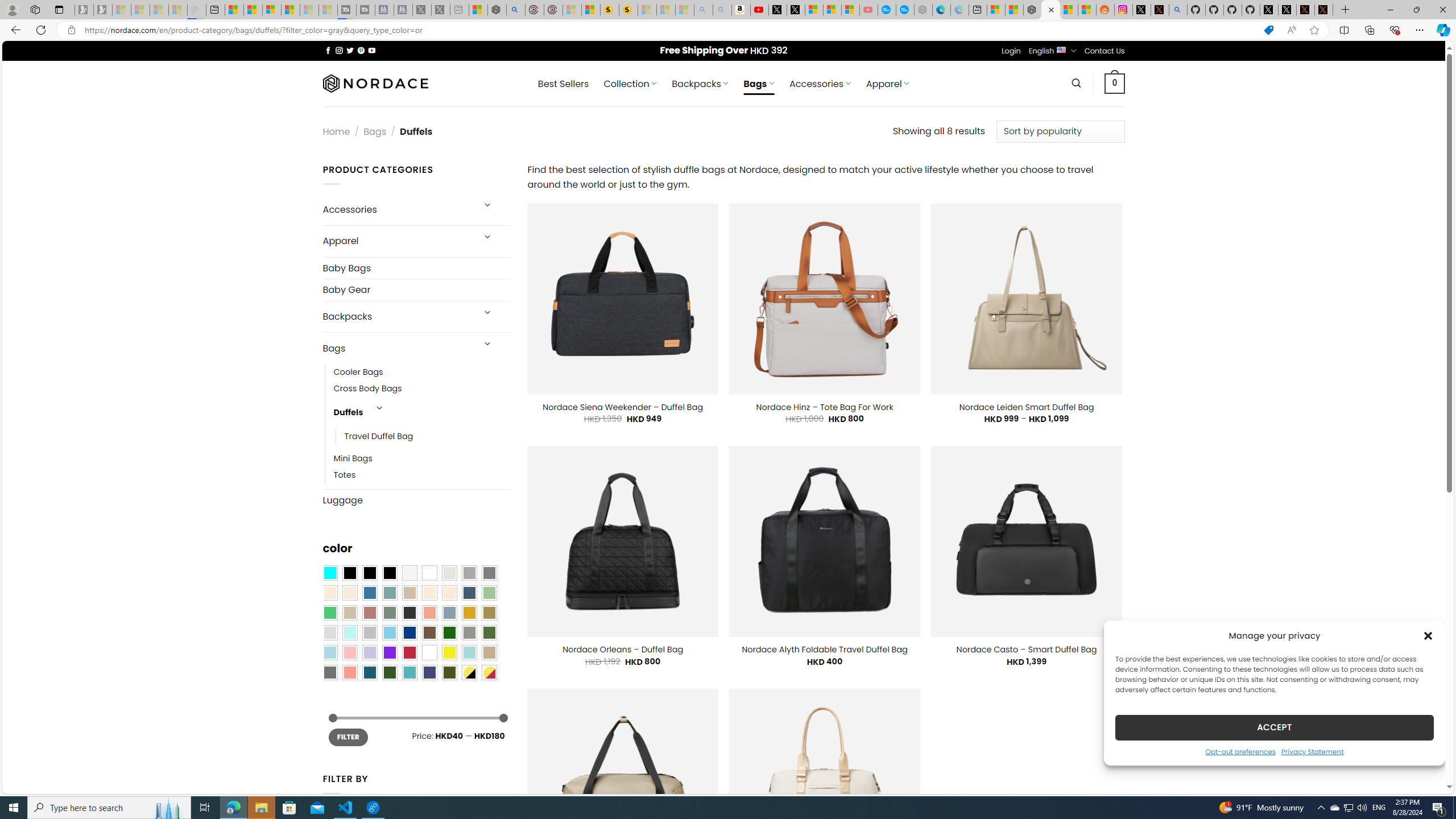 This screenshot has height=819, width=1456. I want to click on 'Light Purple', so click(369, 652).